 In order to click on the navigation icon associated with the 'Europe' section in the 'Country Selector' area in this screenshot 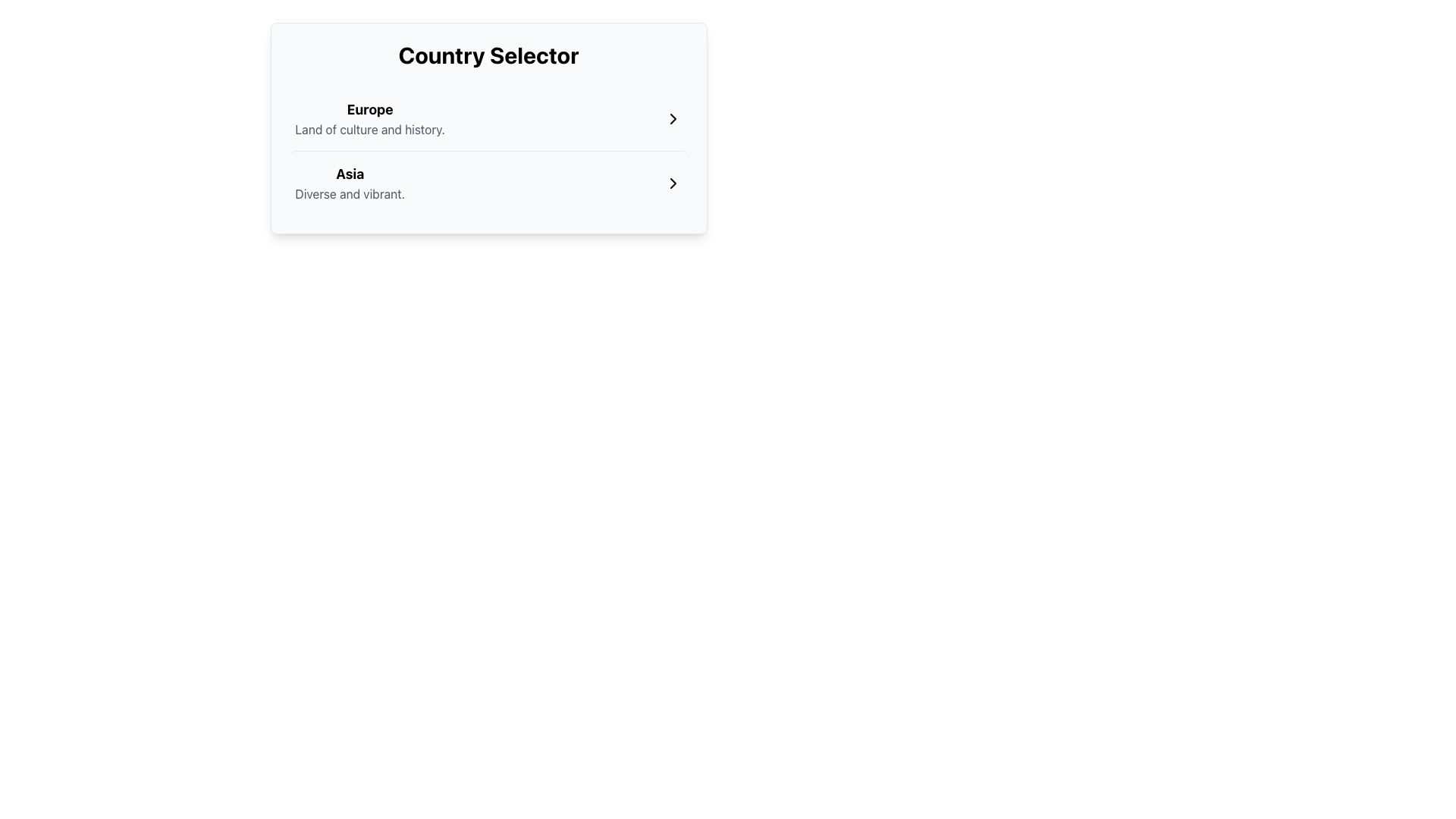, I will do `click(672, 118)`.